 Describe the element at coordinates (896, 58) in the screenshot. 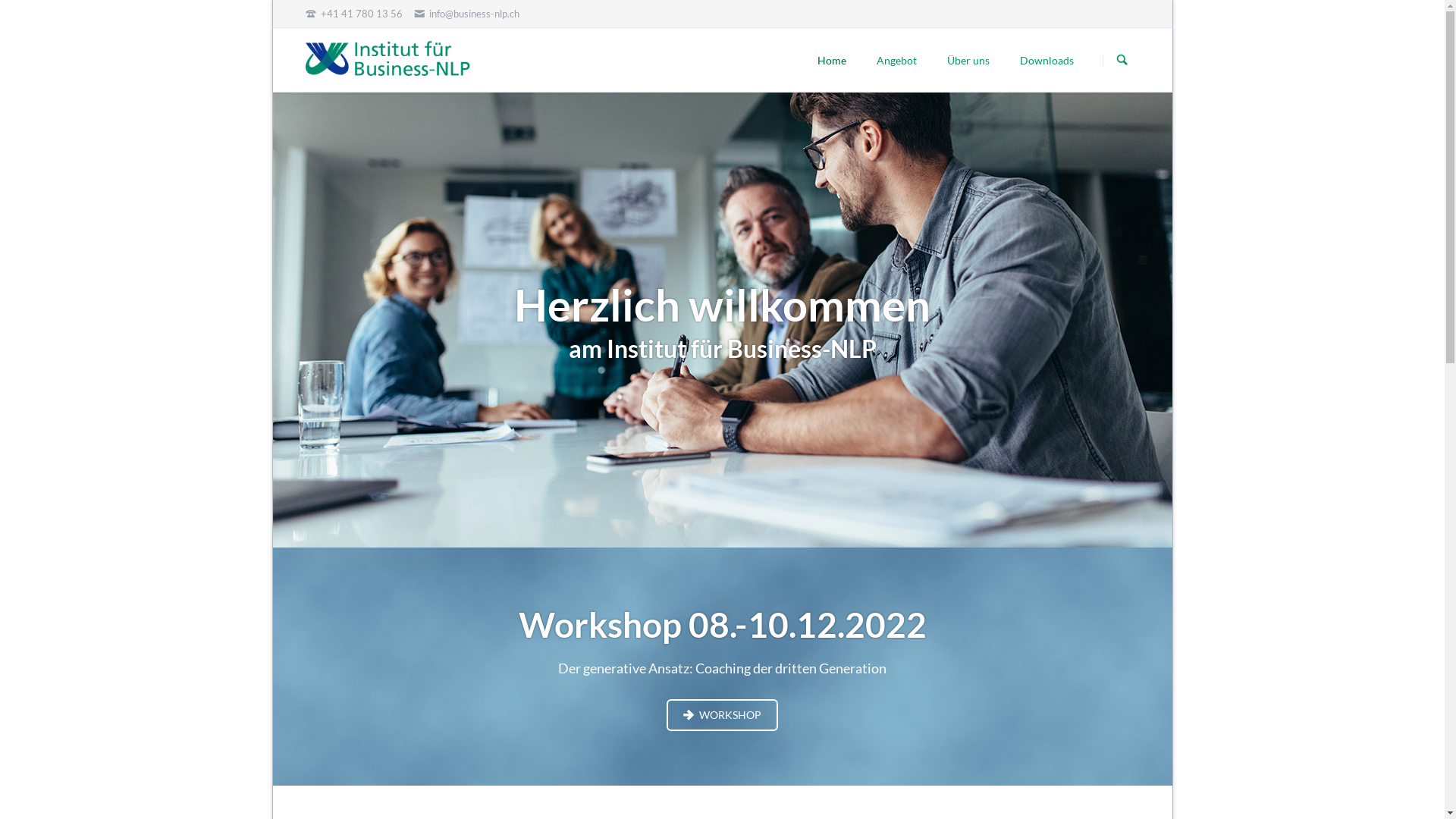

I see `'Angebot'` at that location.